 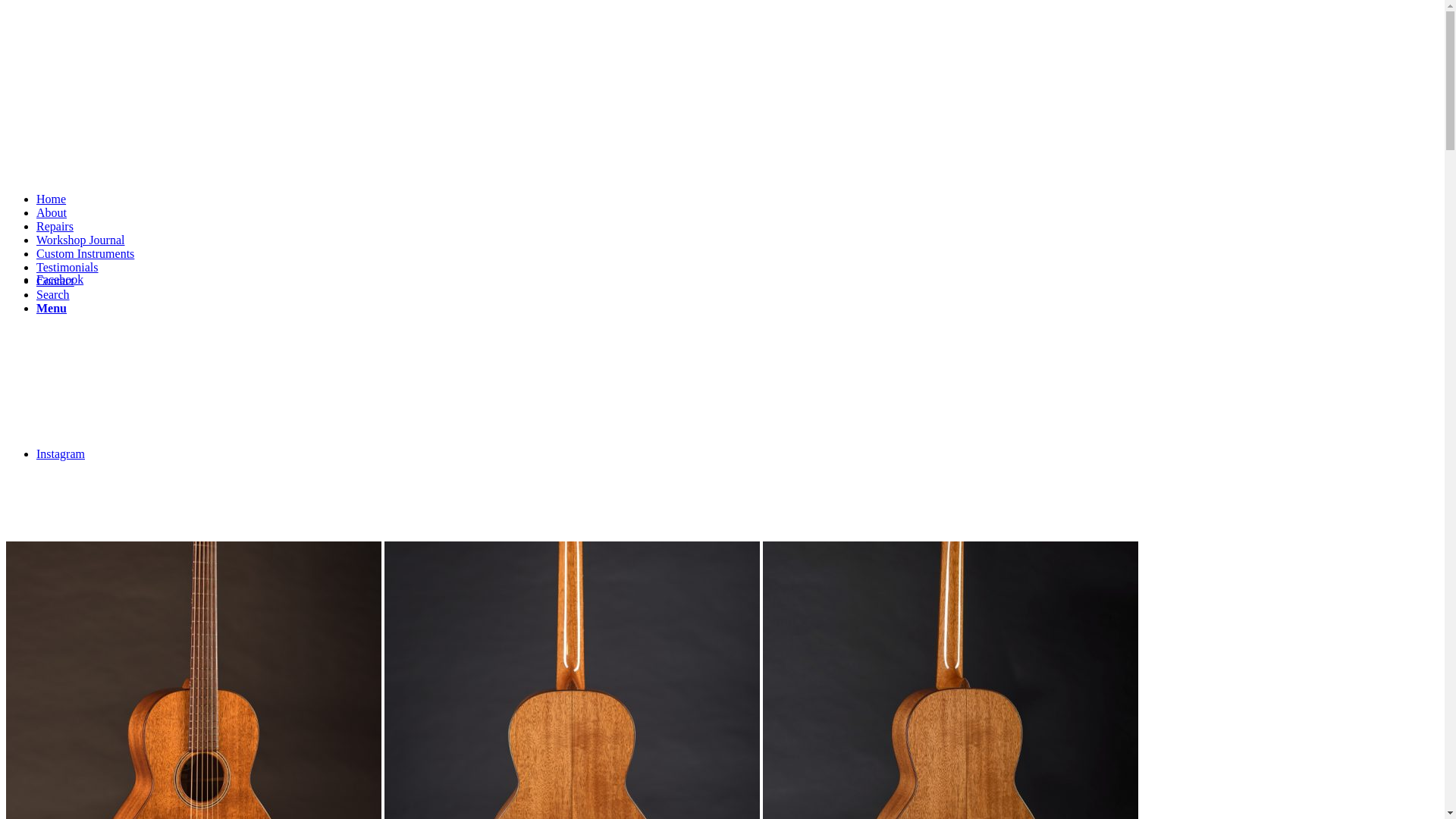 What do you see at coordinates (61, 453) in the screenshot?
I see `'Instagram'` at bounding box center [61, 453].